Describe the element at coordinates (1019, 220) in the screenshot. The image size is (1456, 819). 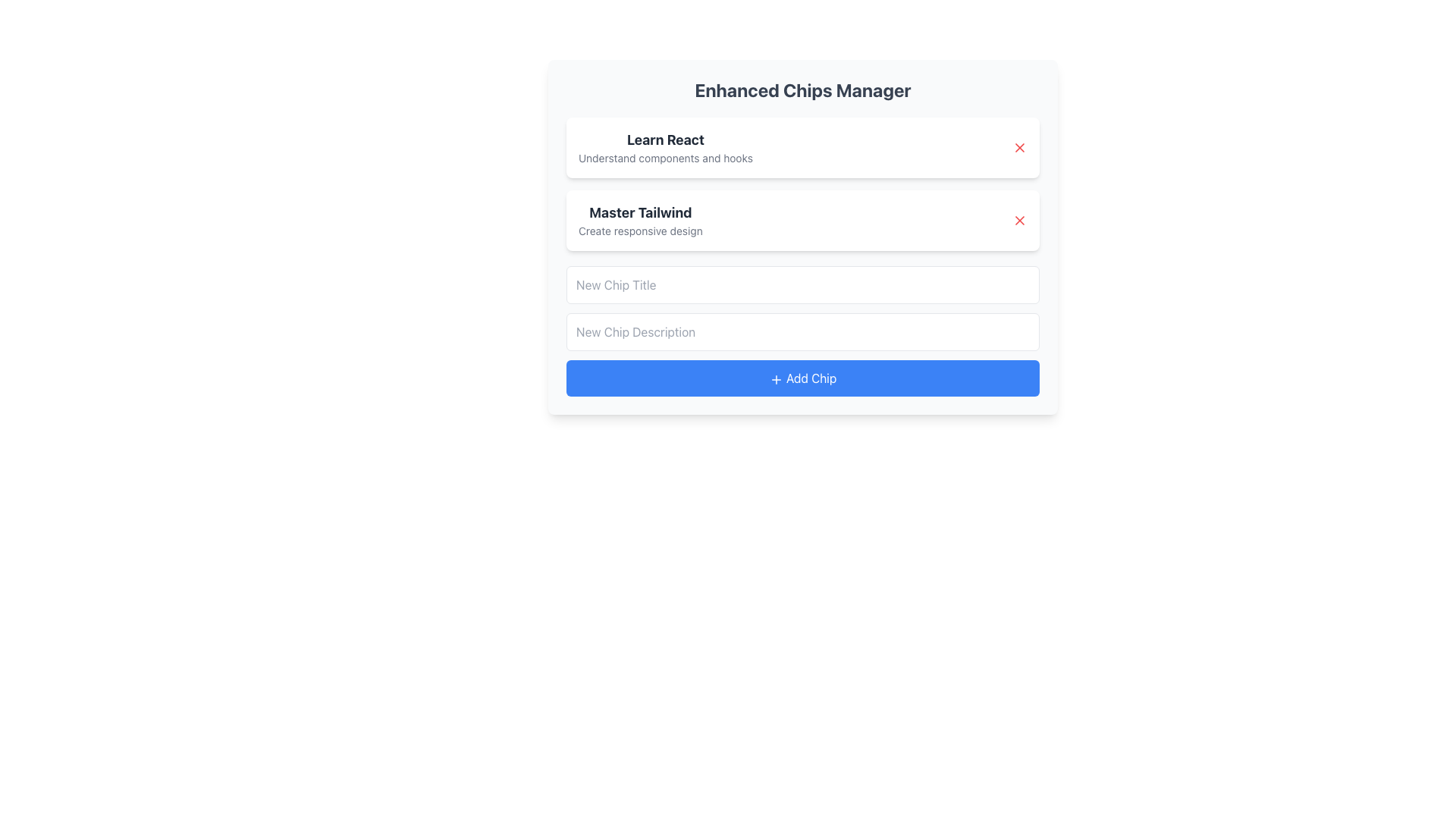
I see `the red 'X' icon button located at the right end of the 'Master Tailwind' card` at that location.